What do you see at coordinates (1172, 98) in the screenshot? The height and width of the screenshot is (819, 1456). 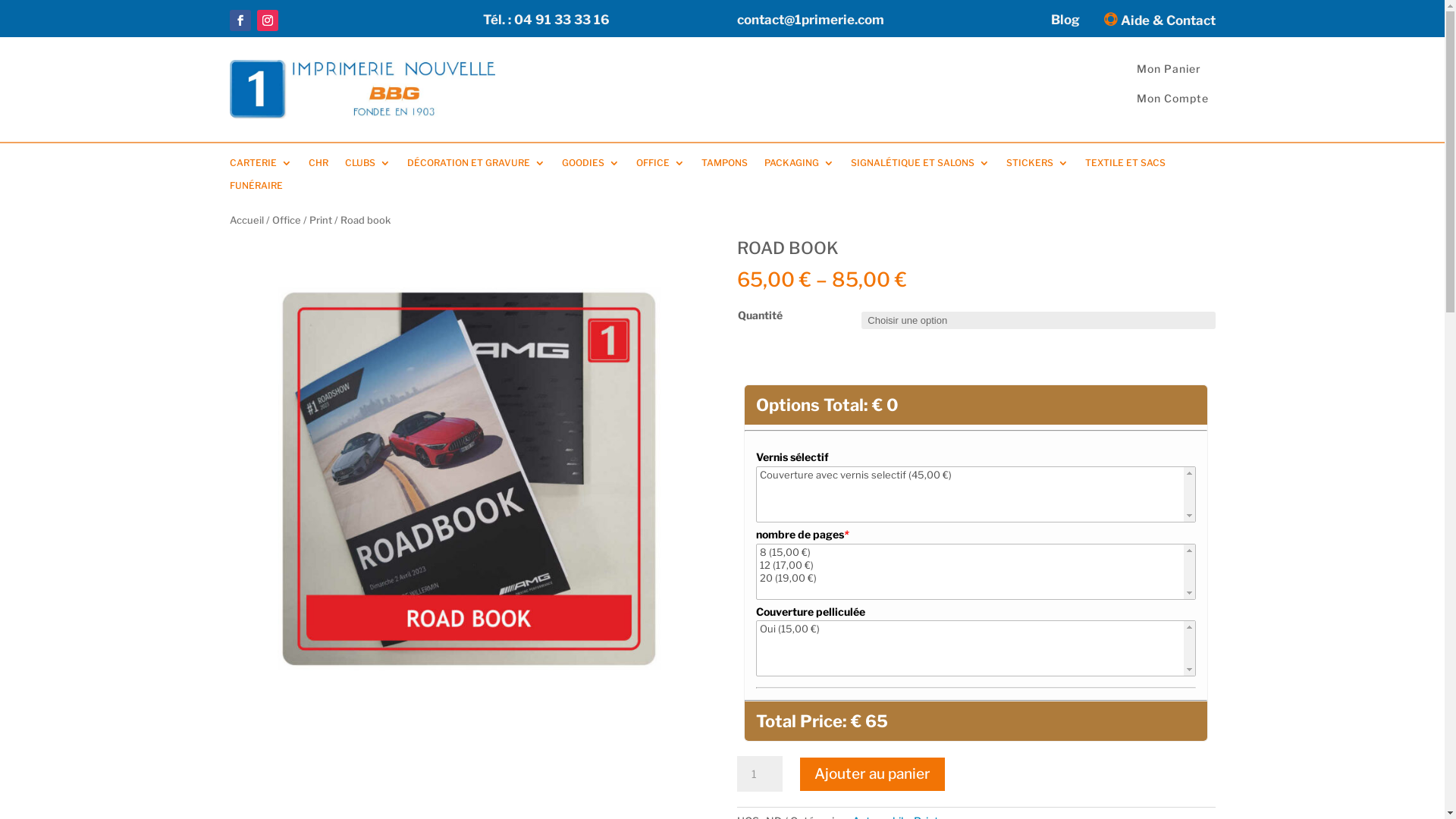 I see `'Mon Compte'` at bounding box center [1172, 98].